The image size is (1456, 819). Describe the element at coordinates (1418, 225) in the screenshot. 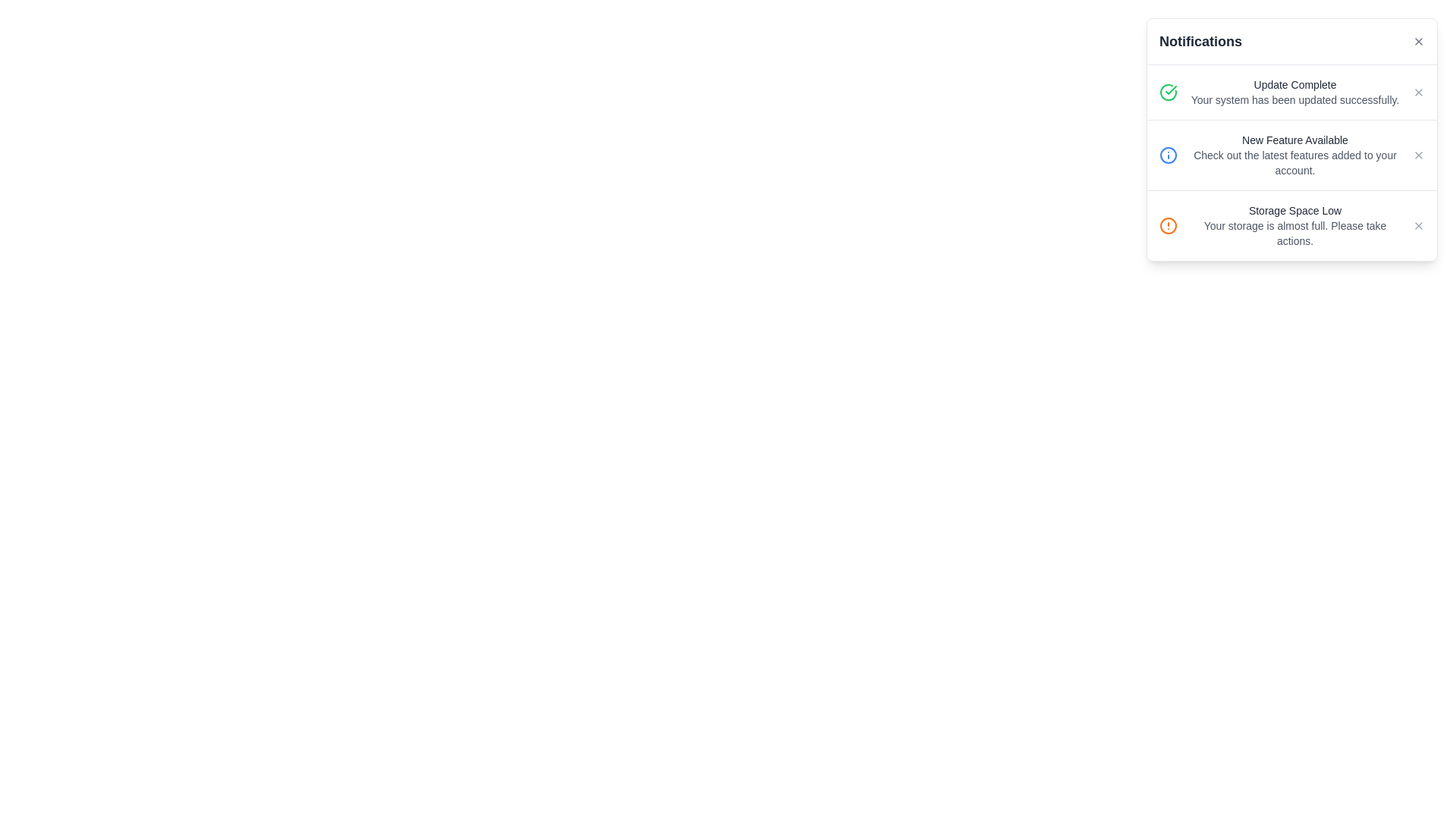

I see `the dismiss button of the 'Storage Space Low' notification to change its color` at that location.